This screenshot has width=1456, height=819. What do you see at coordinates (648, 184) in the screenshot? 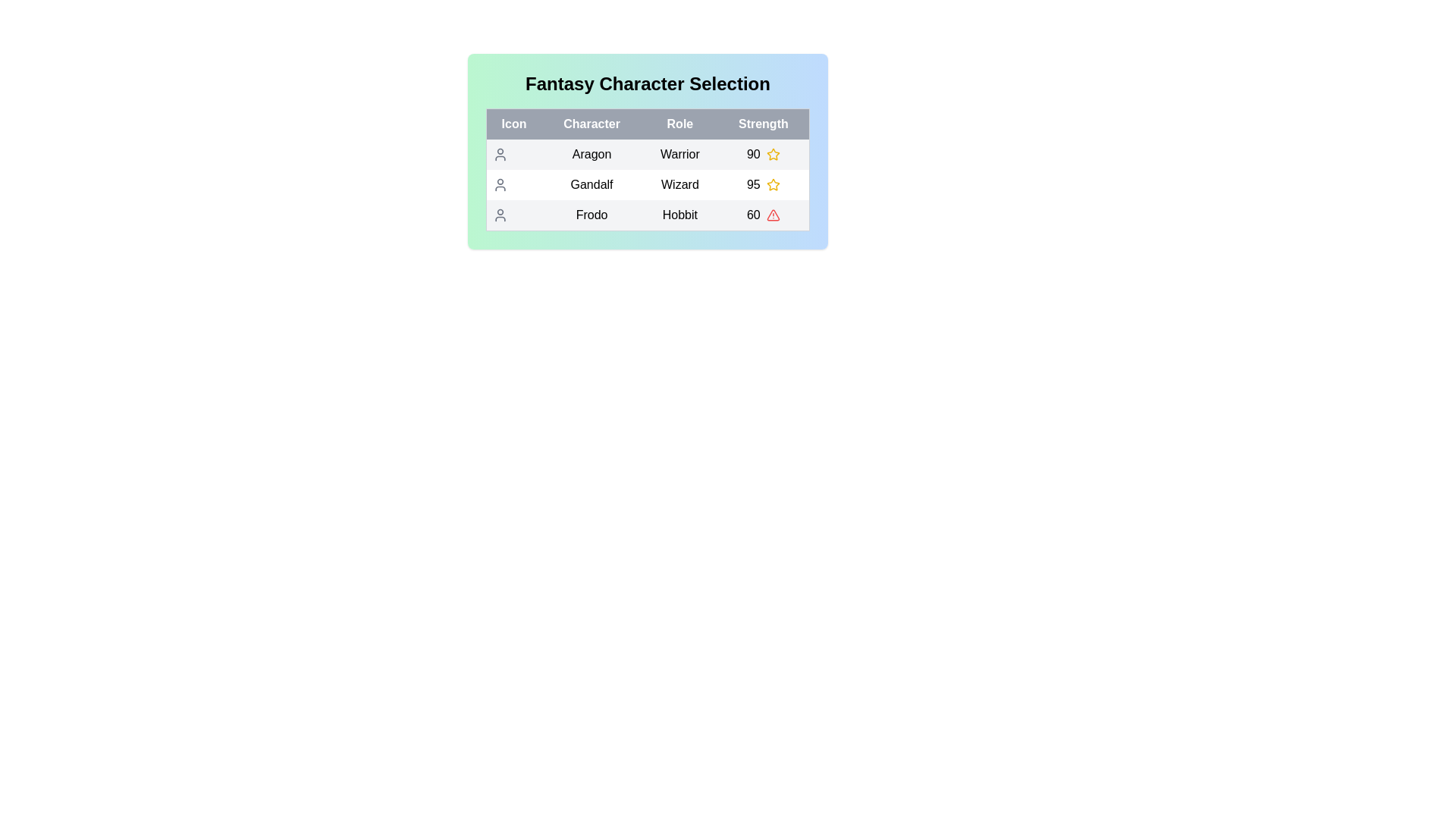
I see `the row corresponding to Gandalf to select the character` at bounding box center [648, 184].